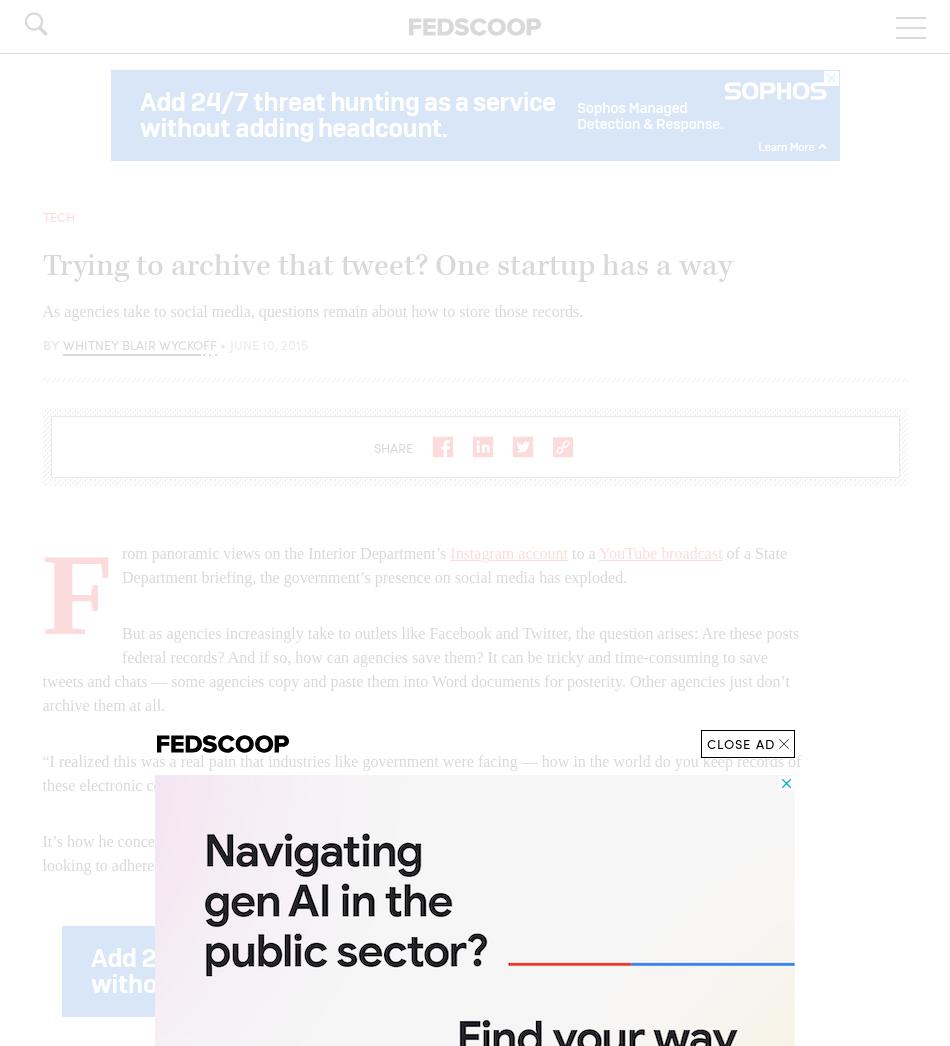 This screenshot has width=950, height=1046. What do you see at coordinates (138, 342) in the screenshot?
I see `'Whitney Blair Wyckoff'` at bounding box center [138, 342].